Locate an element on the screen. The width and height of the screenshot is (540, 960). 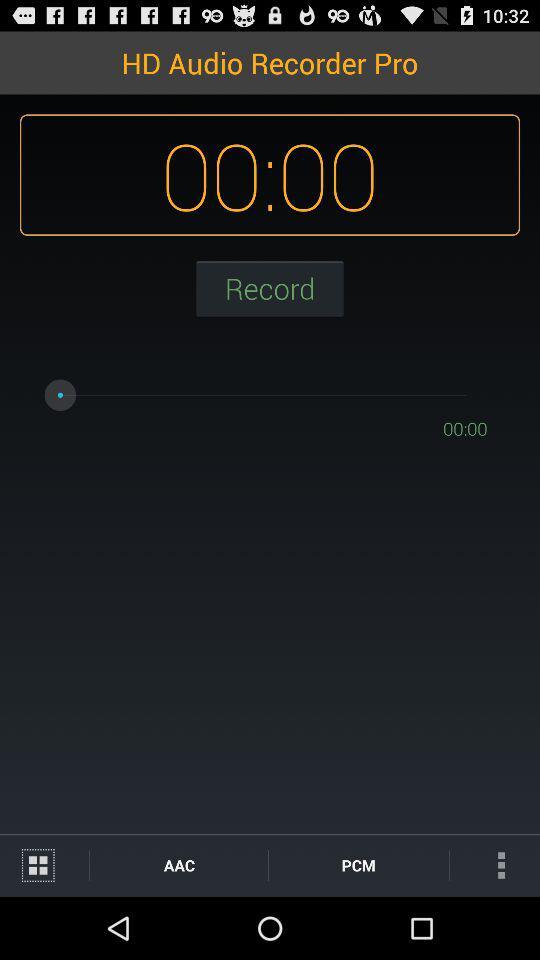
item next to pcm item is located at coordinates (493, 864).